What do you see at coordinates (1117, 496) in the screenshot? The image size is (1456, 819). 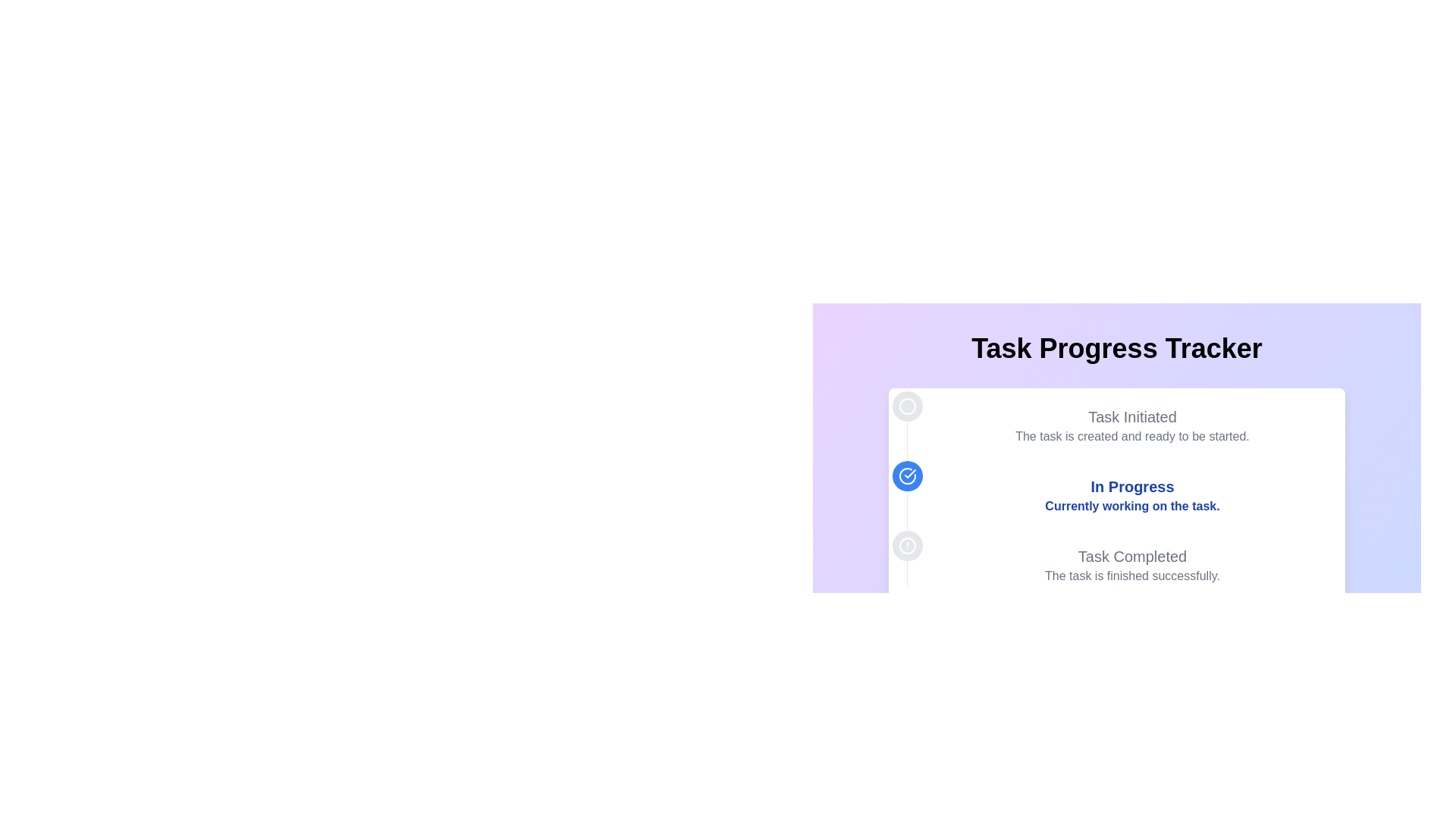 I see `the Informational text block displaying 'In Progress' and 'Currently working on the task', which is the second milestone in the vertical list of progress points` at bounding box center [1117, 496].